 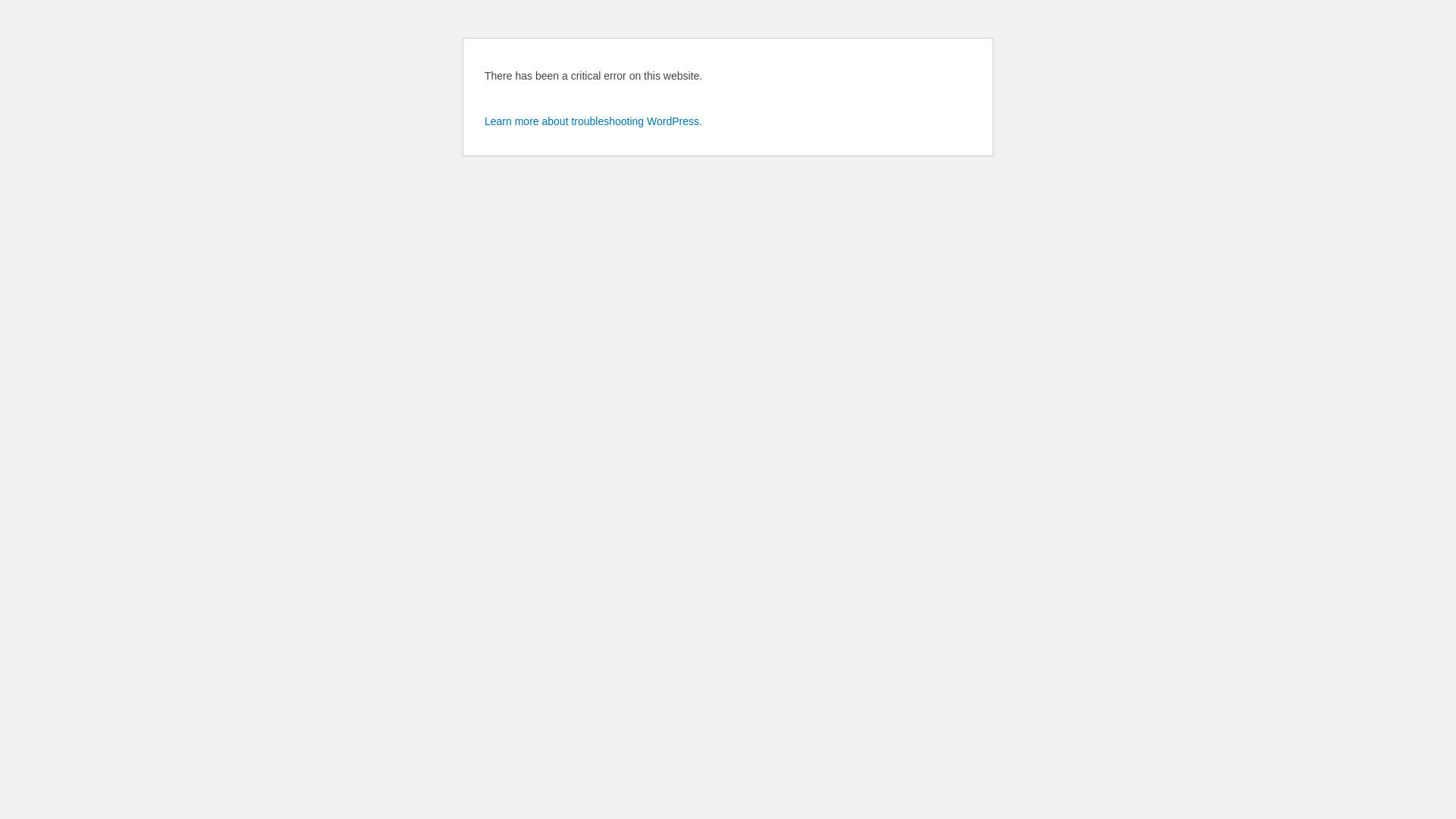 I want to click on 'Learn more about troubleshooting WordPress.', so click(x=592, y=120).